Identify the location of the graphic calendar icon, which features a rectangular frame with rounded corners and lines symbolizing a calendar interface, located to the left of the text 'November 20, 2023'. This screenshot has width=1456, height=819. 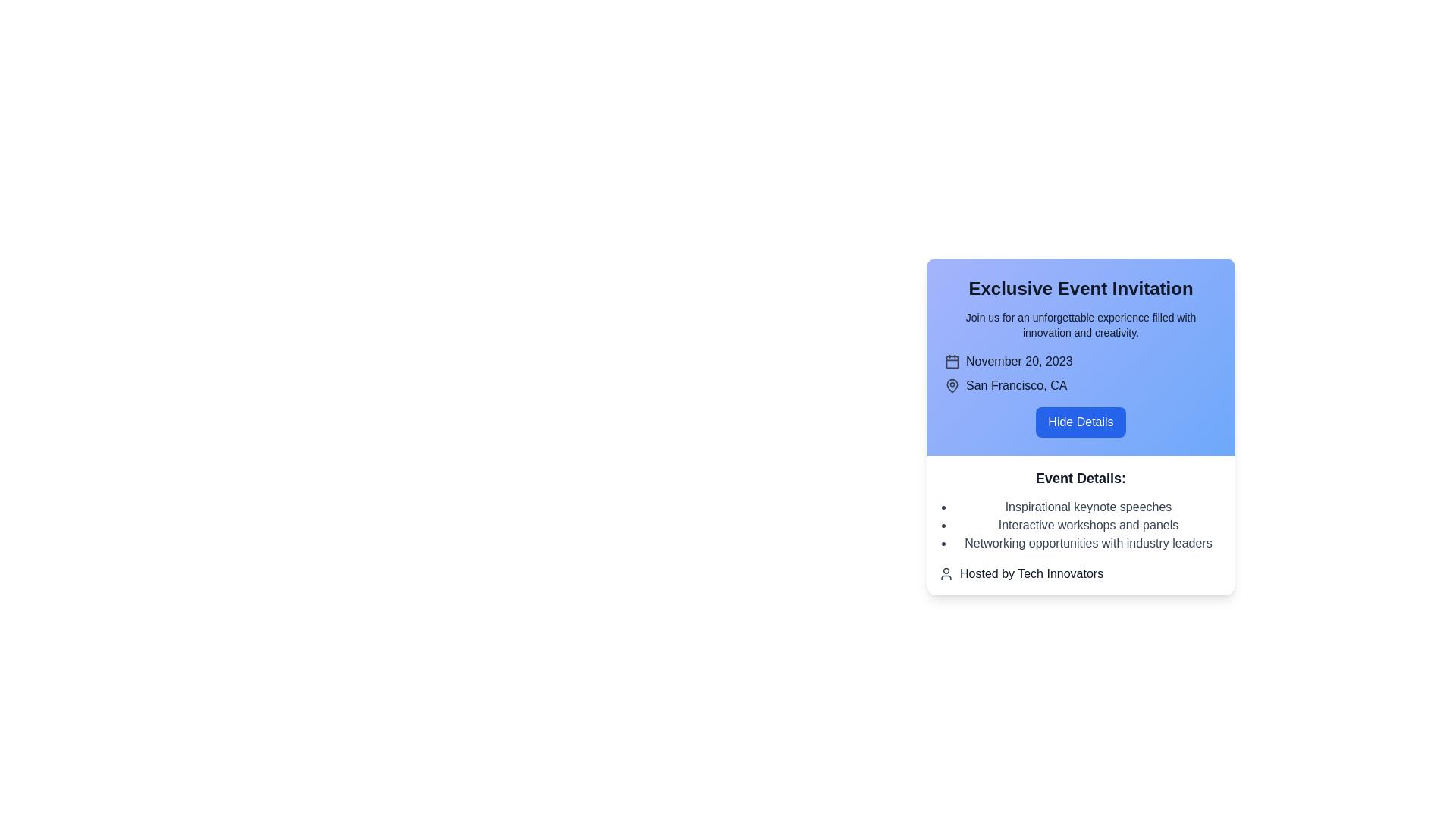
(952, 362).